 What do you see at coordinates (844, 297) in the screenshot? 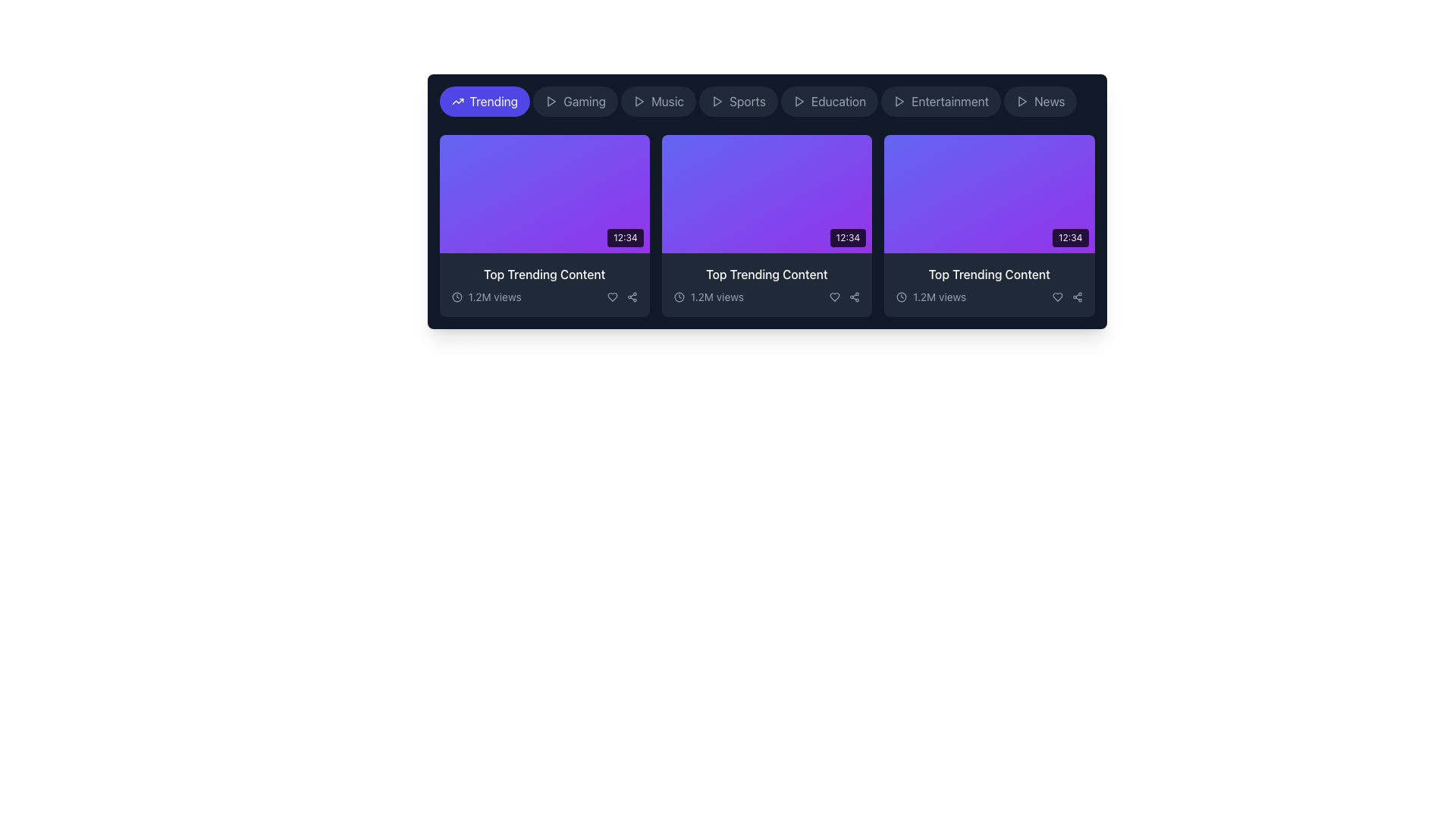
I see `the heart-shaped icon in the interactive icons group located in the bottom-right corner of the middle card under the video title and view count to like the content` at bounding box center [844, 297].